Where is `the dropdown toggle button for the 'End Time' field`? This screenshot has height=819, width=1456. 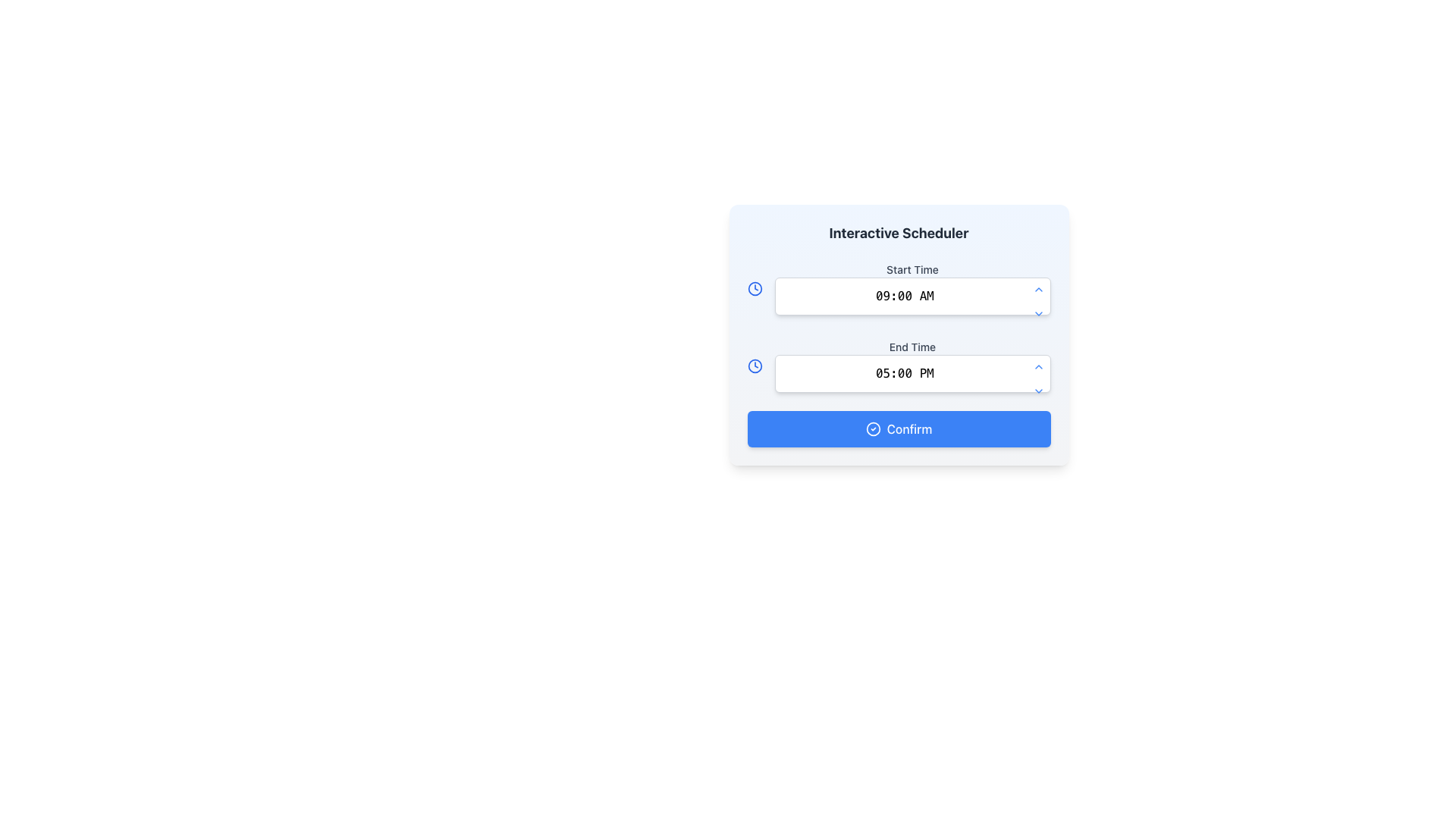 the dropdown toggle button for the 'End Time' field is located at coordinates (1037, 391).